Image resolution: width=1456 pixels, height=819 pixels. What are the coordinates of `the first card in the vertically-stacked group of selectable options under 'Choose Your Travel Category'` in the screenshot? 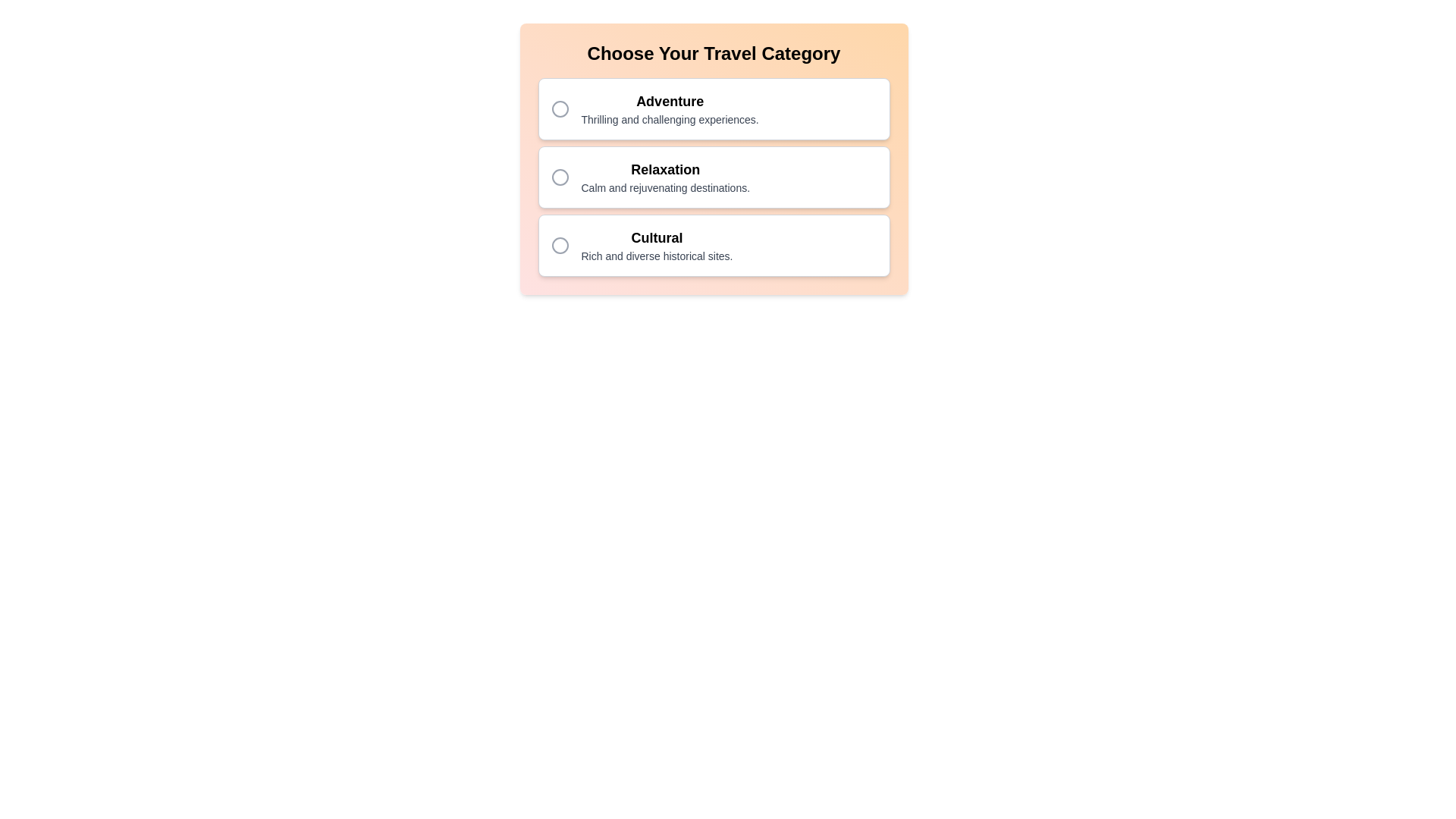 It's located at (713, 108).